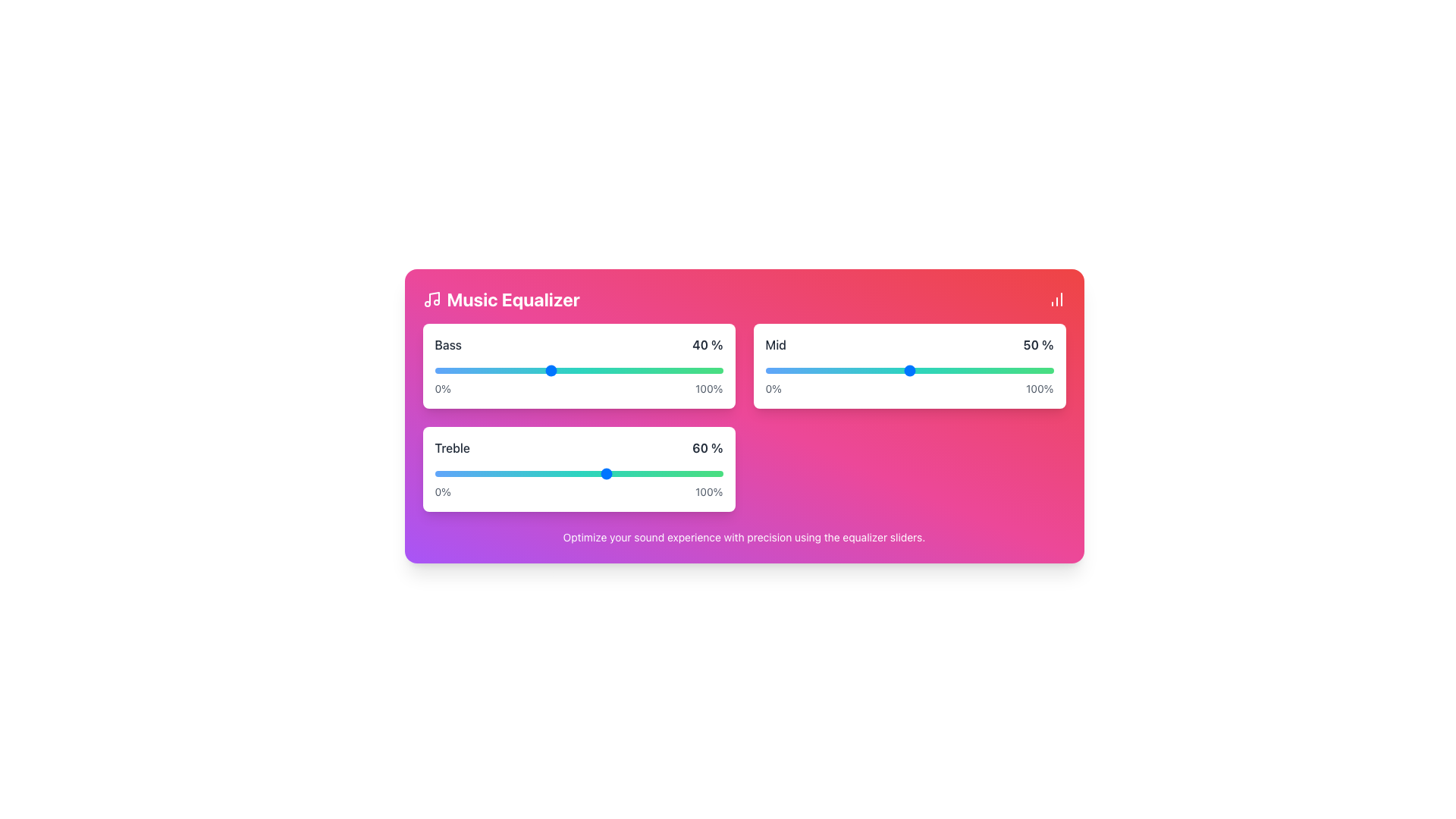 The image size is (1456, 819). What do you see at coordinates (447, 345) in the screenshot?
I see `text label indicating the bass adjustment for the audio equalizer, which is located at the left side of the grouping, labeled 'Bass'` at bounding box center [447, 345].